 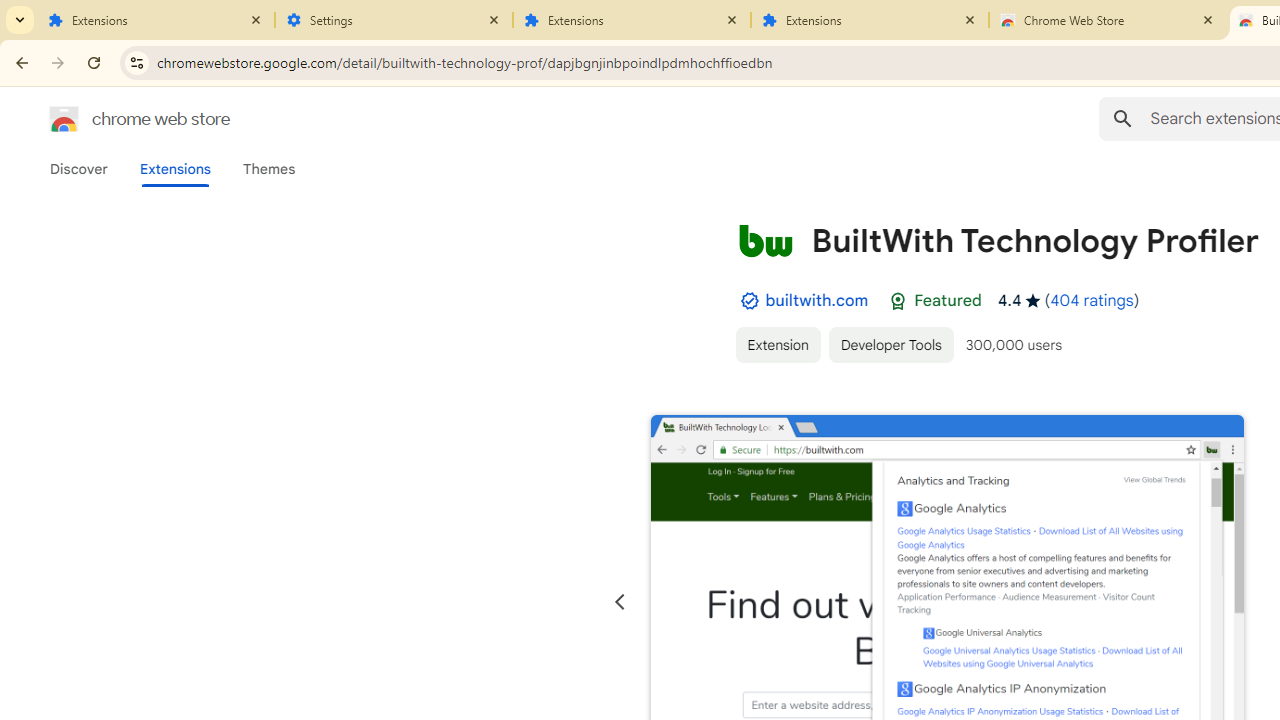 What do you see at coordinates (118, 119) in the screenshot?
I see `'Chrome Web Store logo chrome web store'` at bounding box center [118, 119].